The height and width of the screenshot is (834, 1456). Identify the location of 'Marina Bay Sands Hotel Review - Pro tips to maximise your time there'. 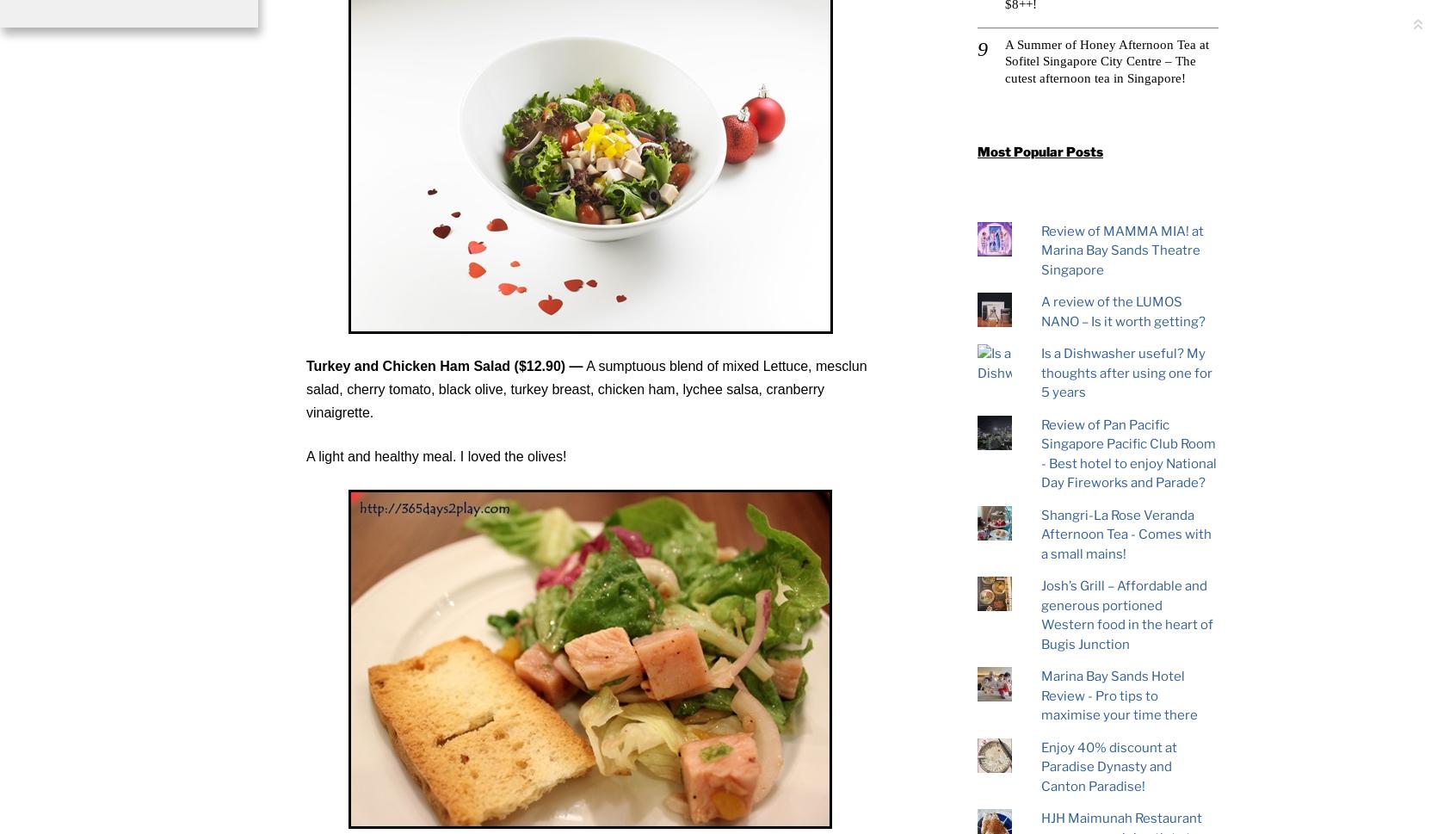
(1118, 695).